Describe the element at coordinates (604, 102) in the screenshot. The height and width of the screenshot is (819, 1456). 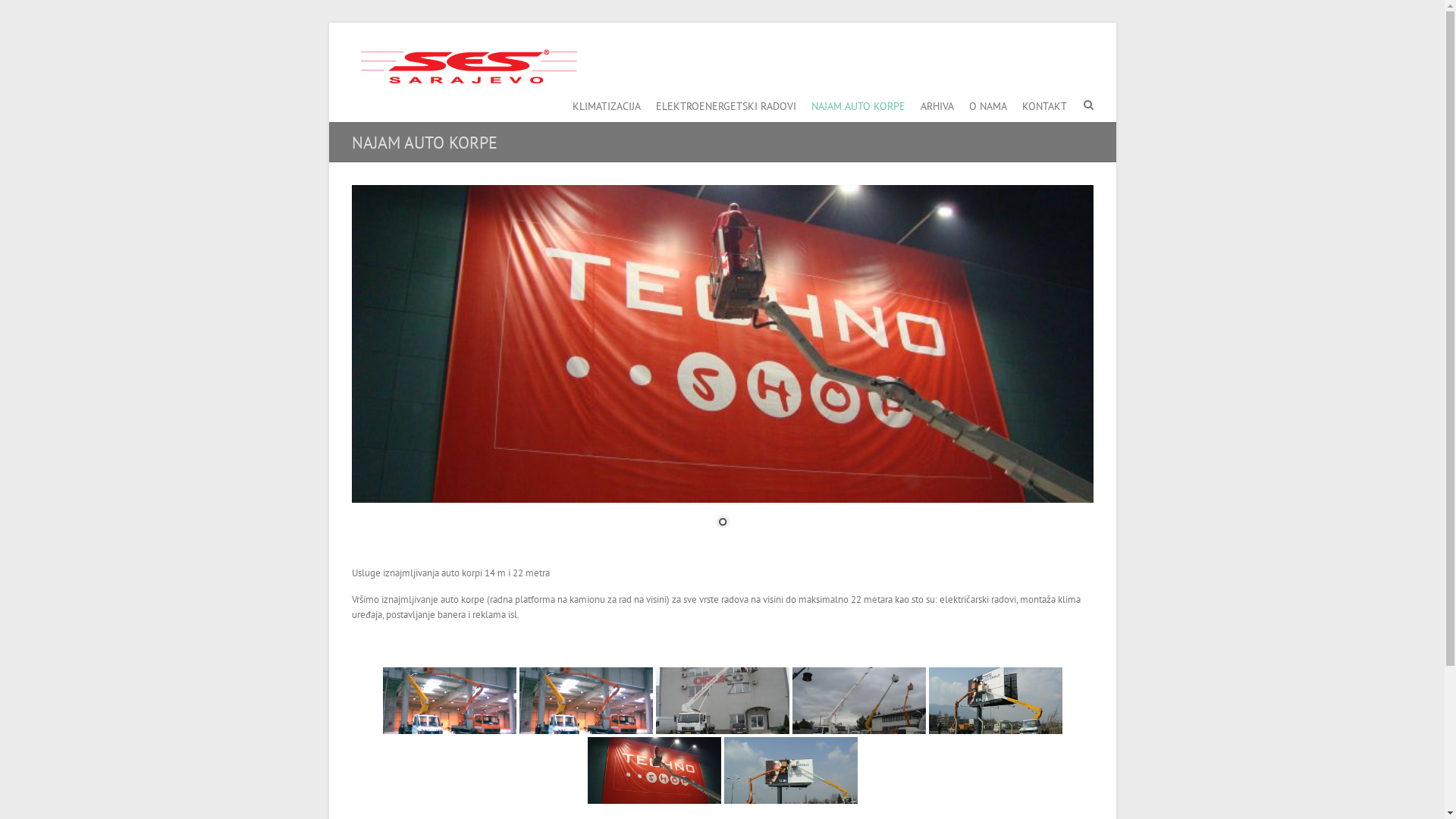
I see `'KLIMATIZACIJA'` at that location.